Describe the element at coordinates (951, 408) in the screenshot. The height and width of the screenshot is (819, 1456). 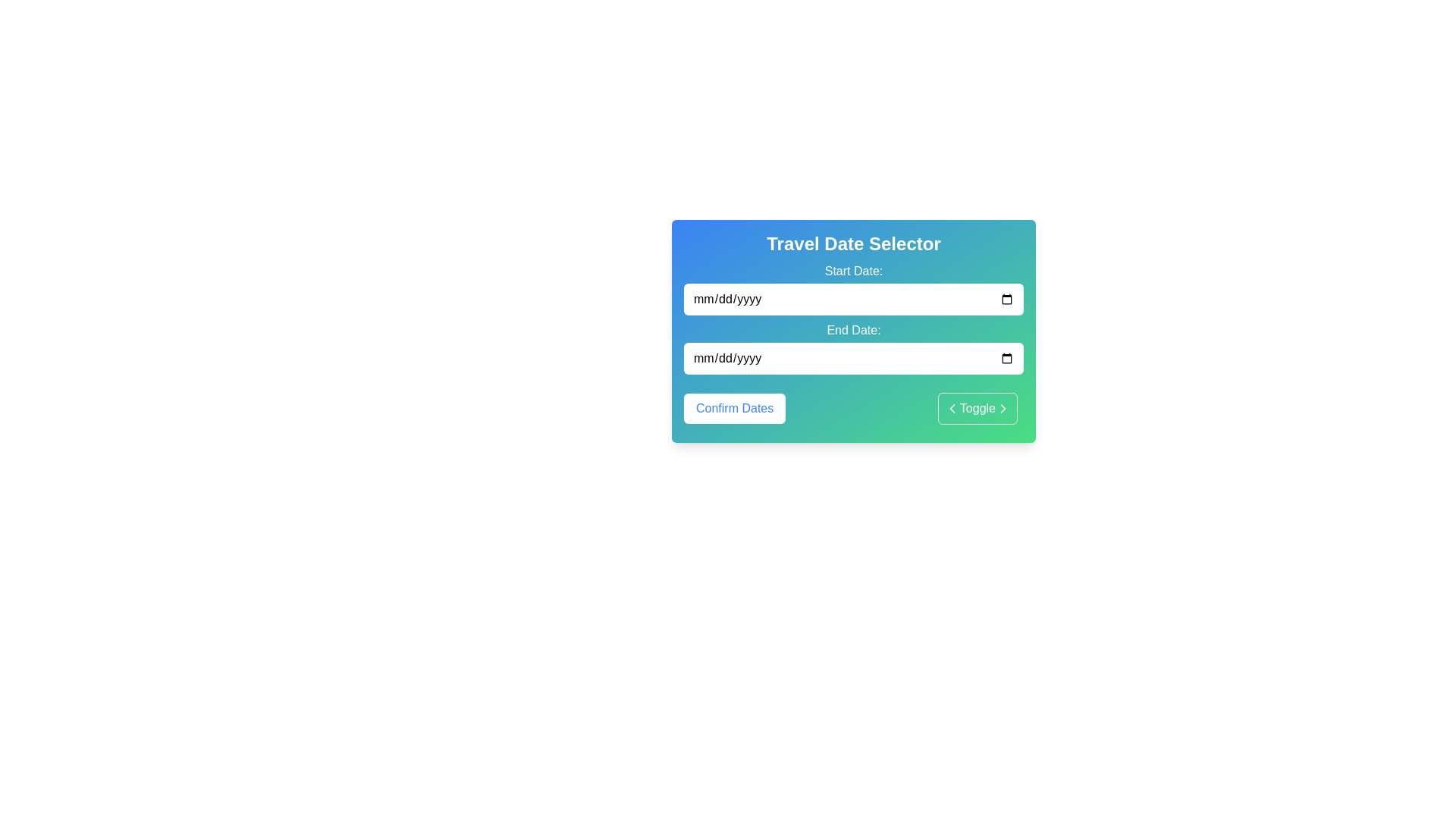
I see `the first chevron icon in the 'Toggle' button group, positioned to the left of the word 'Toggle'` at that location.